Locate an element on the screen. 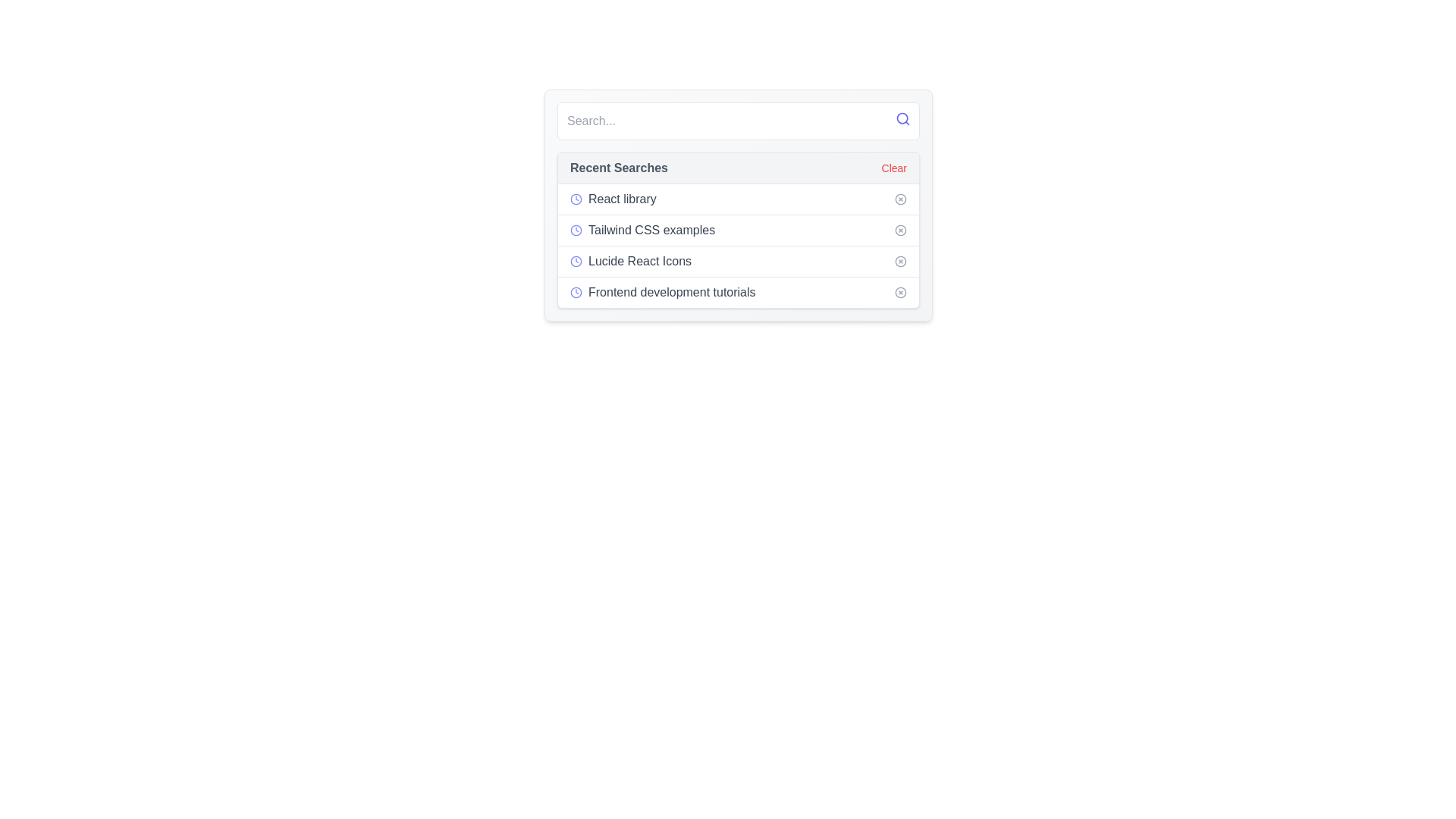 The height and width of the screenshot is (819, 1456). the item label in the 'Recent Searches' list, which is the text next to the clock icon in the first row is located at coordinates (622, 198).